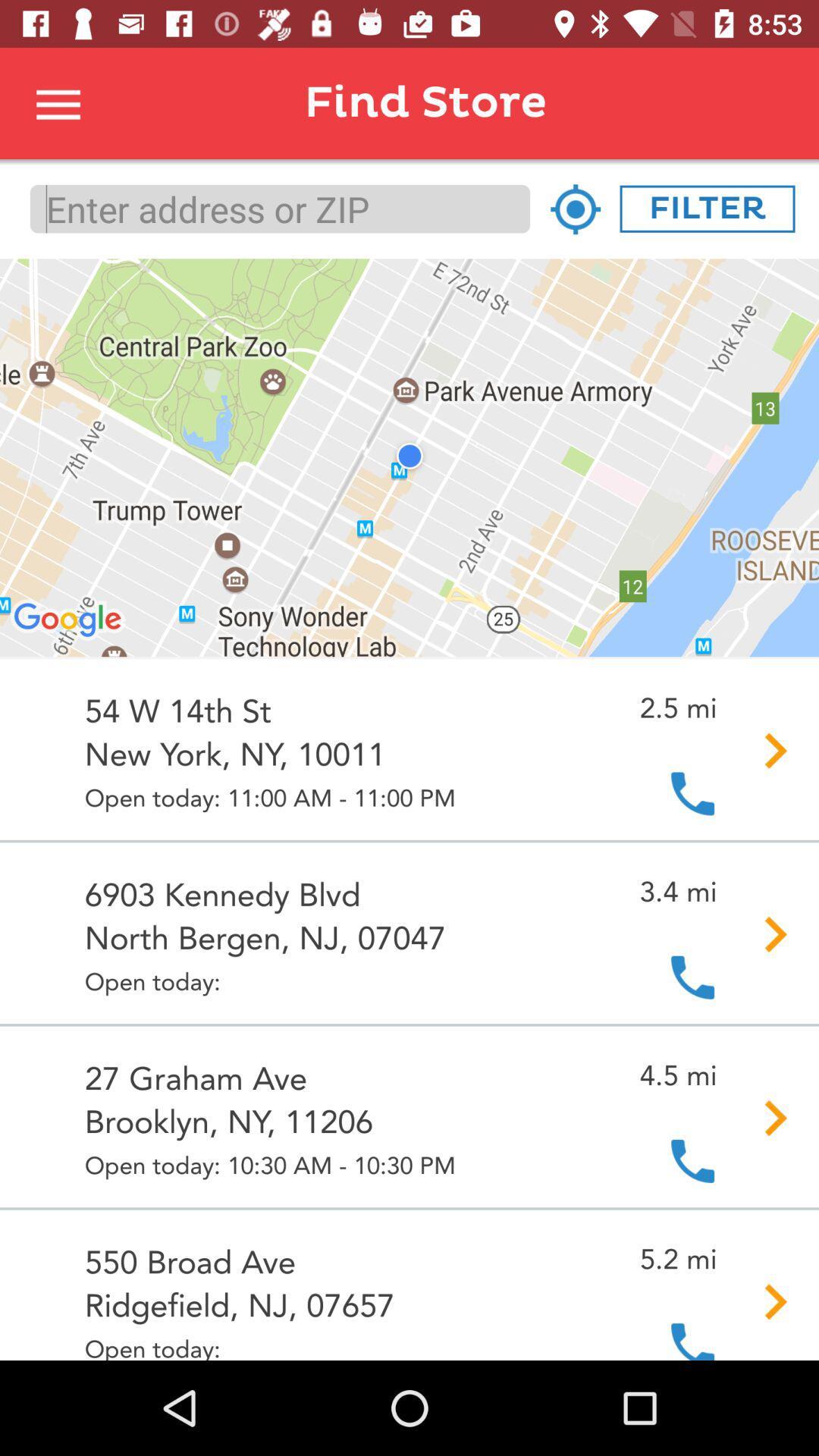 This screenshot has width=819, height=1456. What do you see at coordinates (692, 976) in the screenshot?
I see `the second dialer icon at the right side of the page` at bounding box center [692, 976].